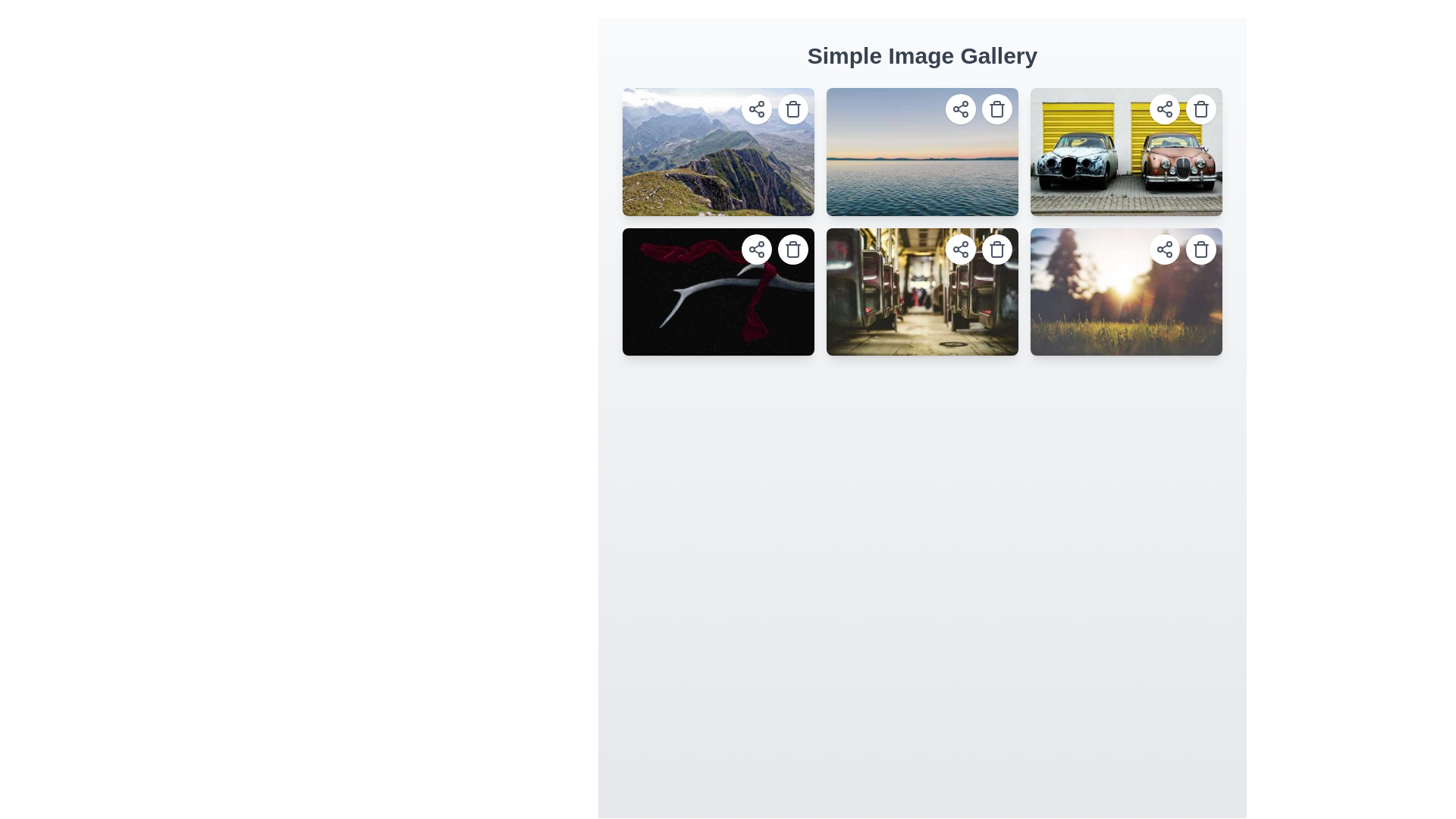  What do you see at coordinates (1182, 108) in the screenshot?
I see `the trash bin icon button located in the top-right corner of the image card` at bounding box center [1182, 108].